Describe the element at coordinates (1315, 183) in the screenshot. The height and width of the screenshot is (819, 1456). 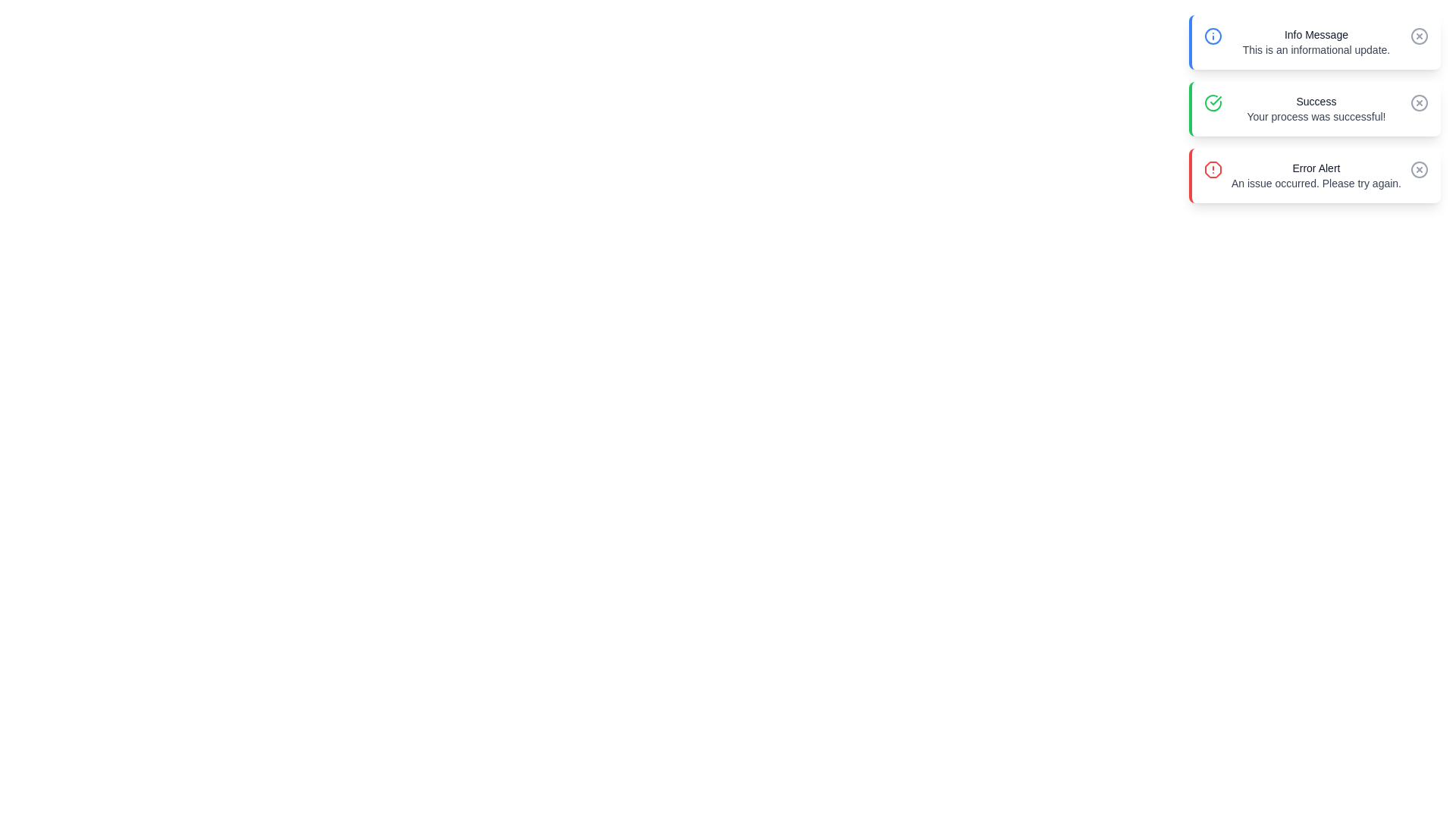
I see `the static error message text located below 'Error Alert' in the notification card on the right side of the interface` at that location.